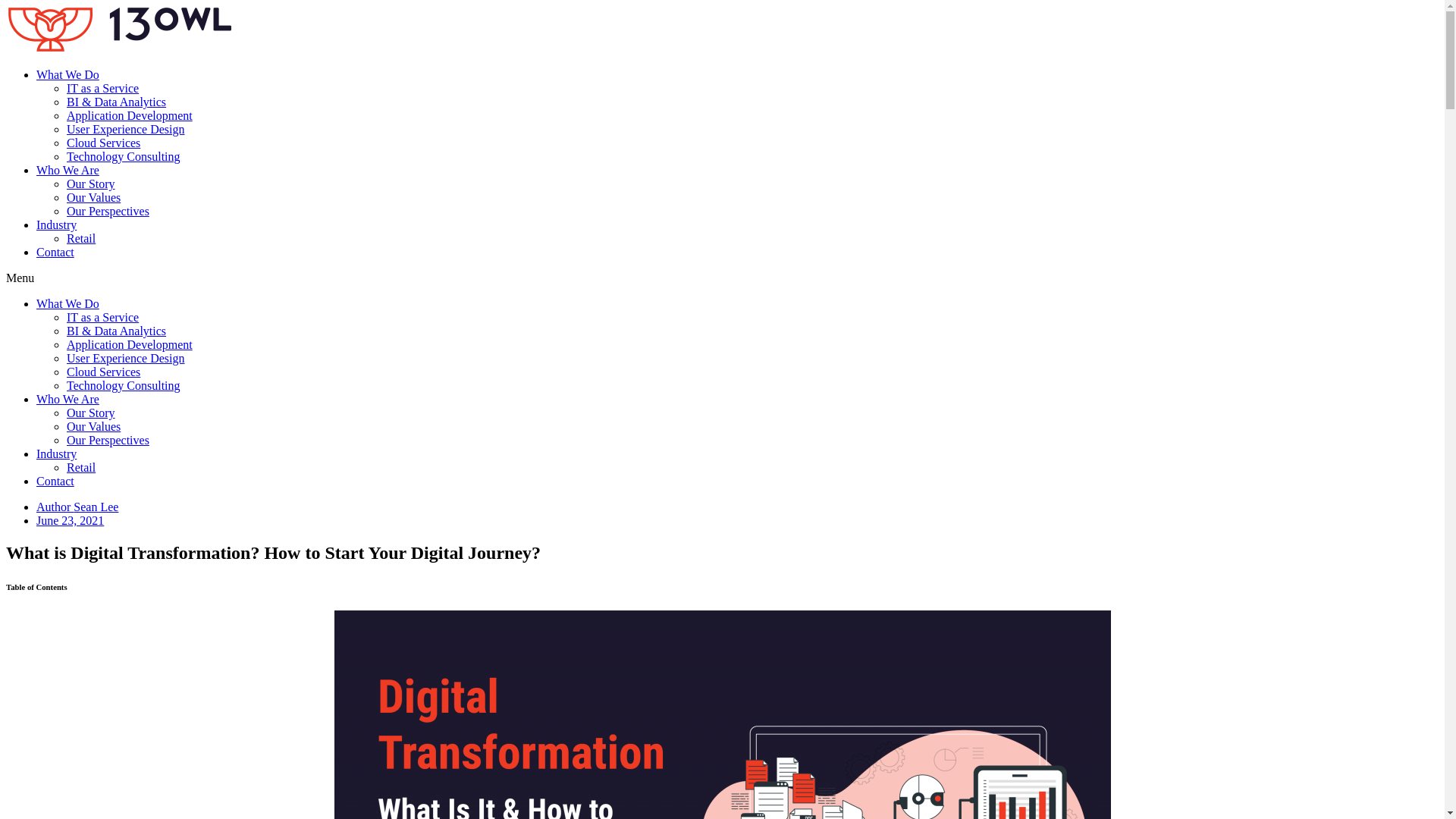 This screenshot has width=1456, height=819. Describe the element at coordinates (124, 156) in the screenshot. I see `'Technology Consulting'` at that location.